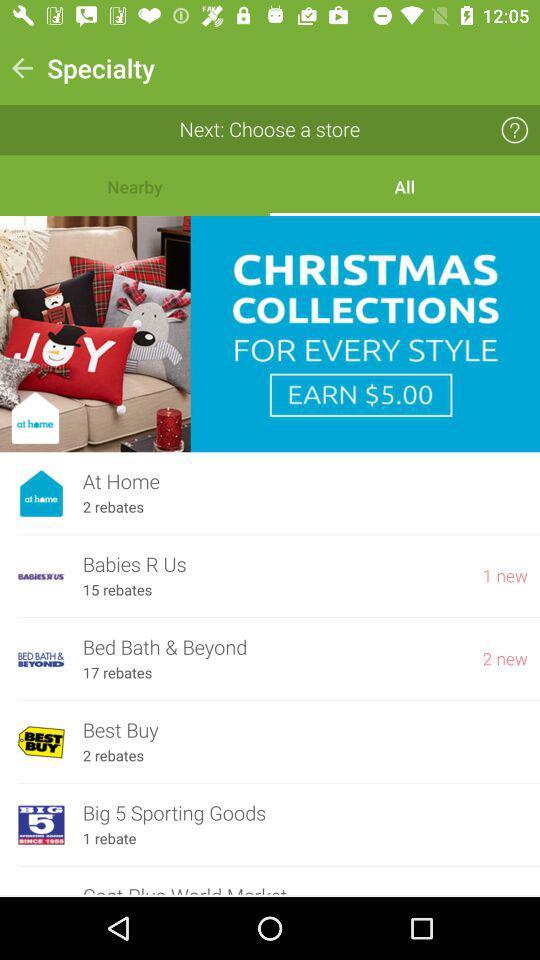 The image size is (540, 960). What do you see at coordinates (305, 729) in the screenshot?
I see `the best buy icon` at bounding box center [305, 729].